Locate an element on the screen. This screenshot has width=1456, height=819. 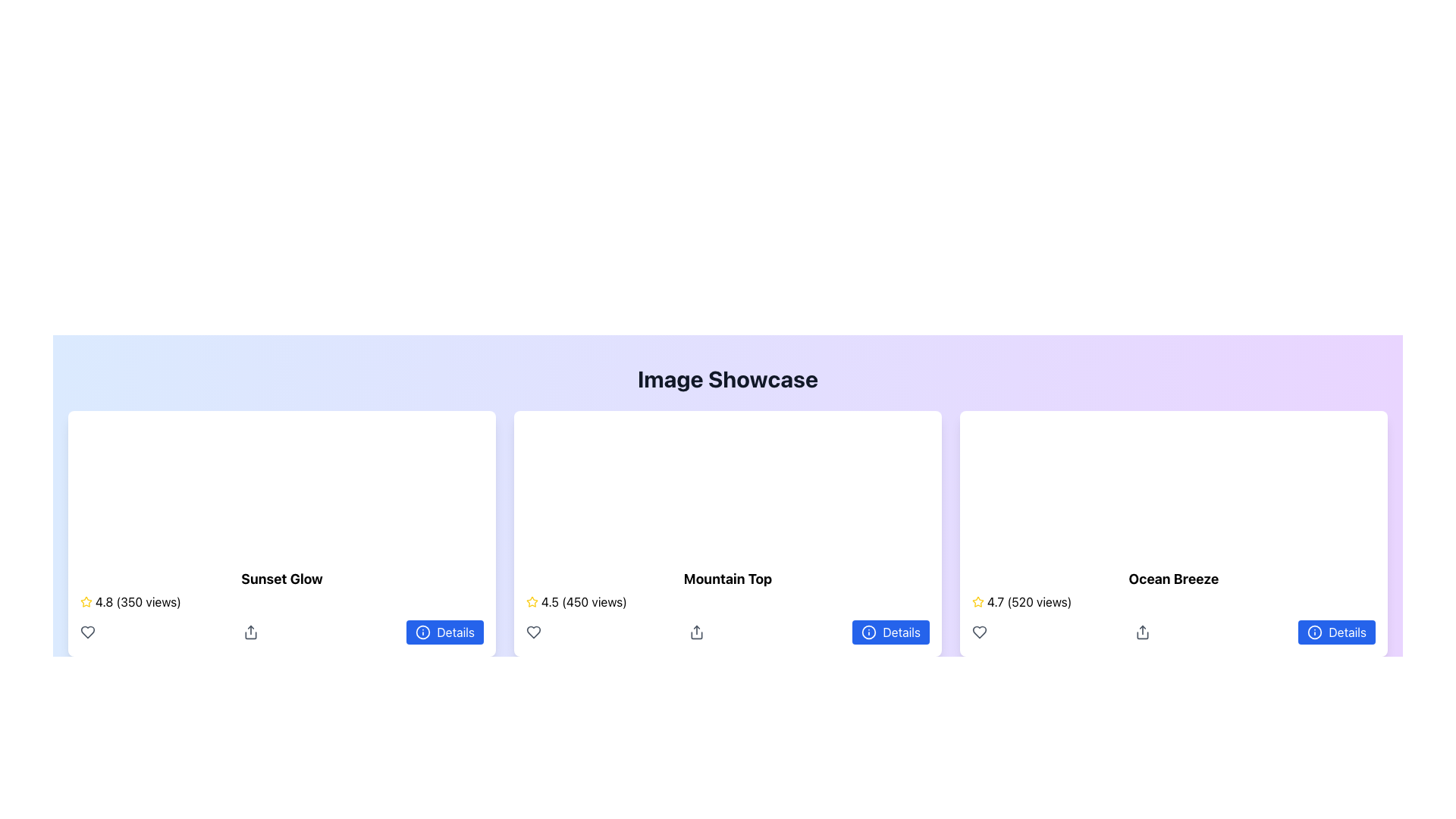
the Icon (Rating Star) that visually represents the rating score for 'Mountain Top', located to the left of the text '4.5 (450 views)' in the upper-left corner of the rating section is located at coordinates (532, 601).